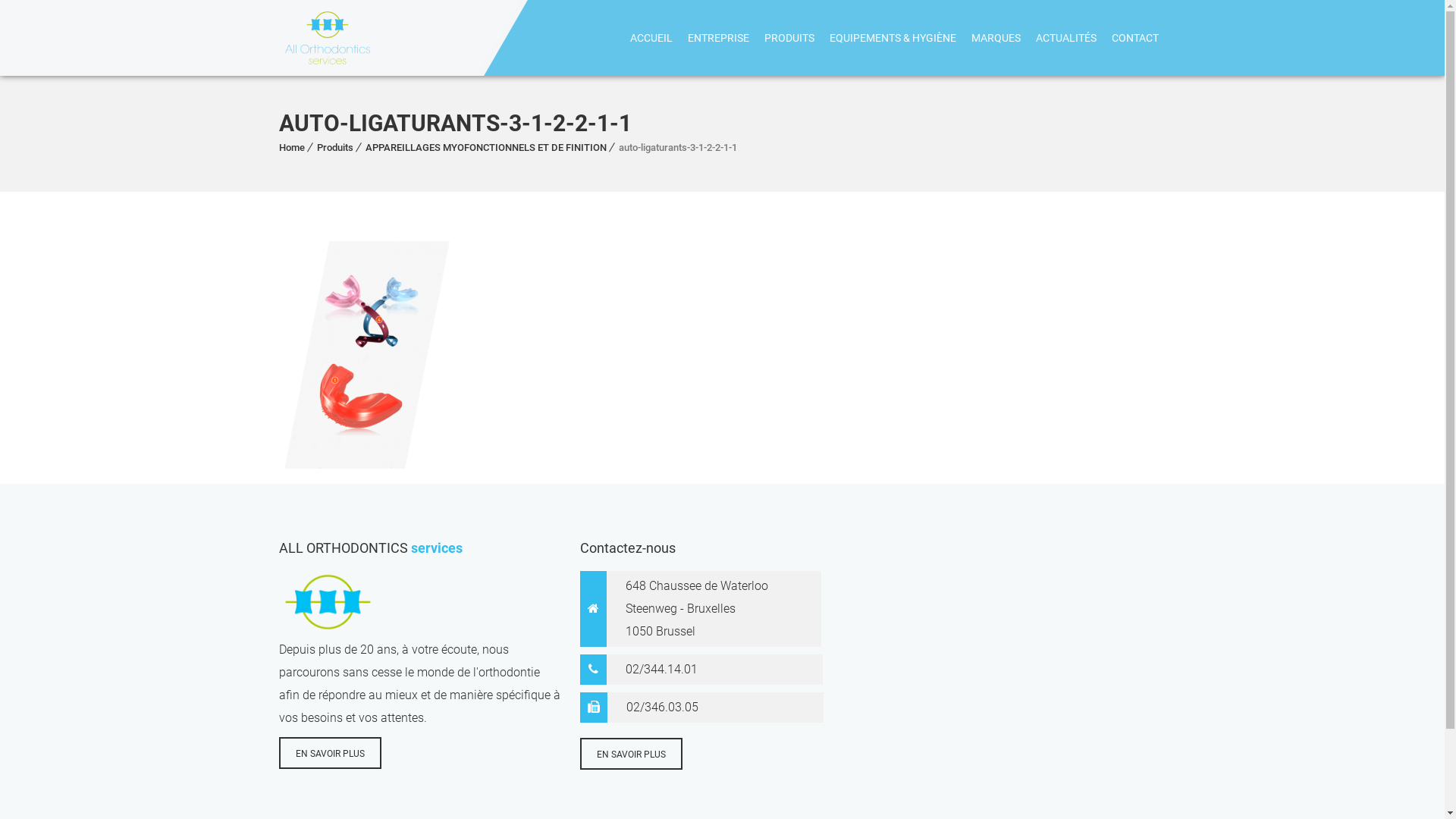 The image size is (1456, 819). What do you see at coordinates (327, 37) in the screenshot?
I see `'All Ortho'` at bounding box center [327, 37].